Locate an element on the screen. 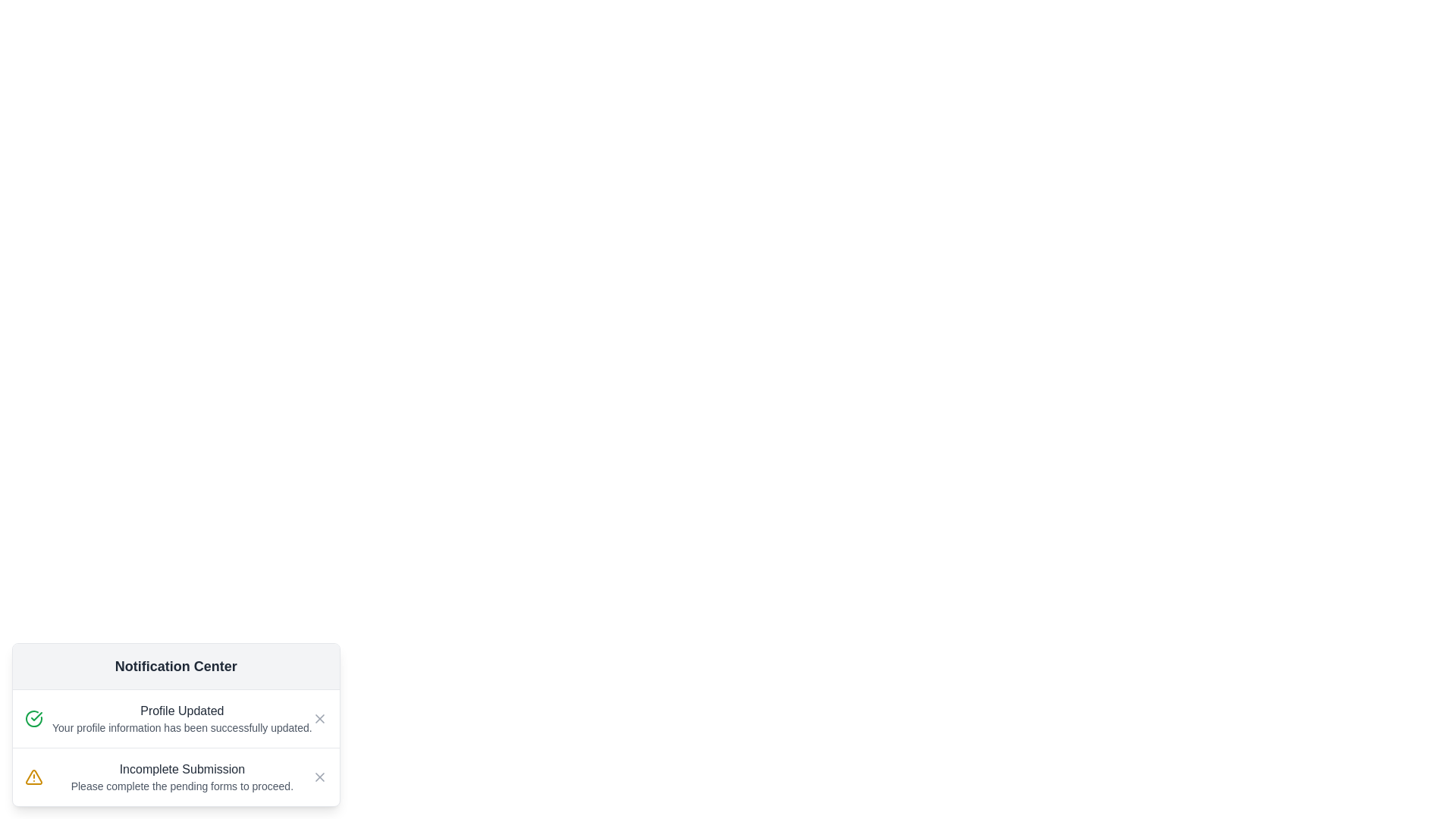  the close button located at the far-right end of the notification entry titled 'Profile Updated' is located at coordinates (318, 718).